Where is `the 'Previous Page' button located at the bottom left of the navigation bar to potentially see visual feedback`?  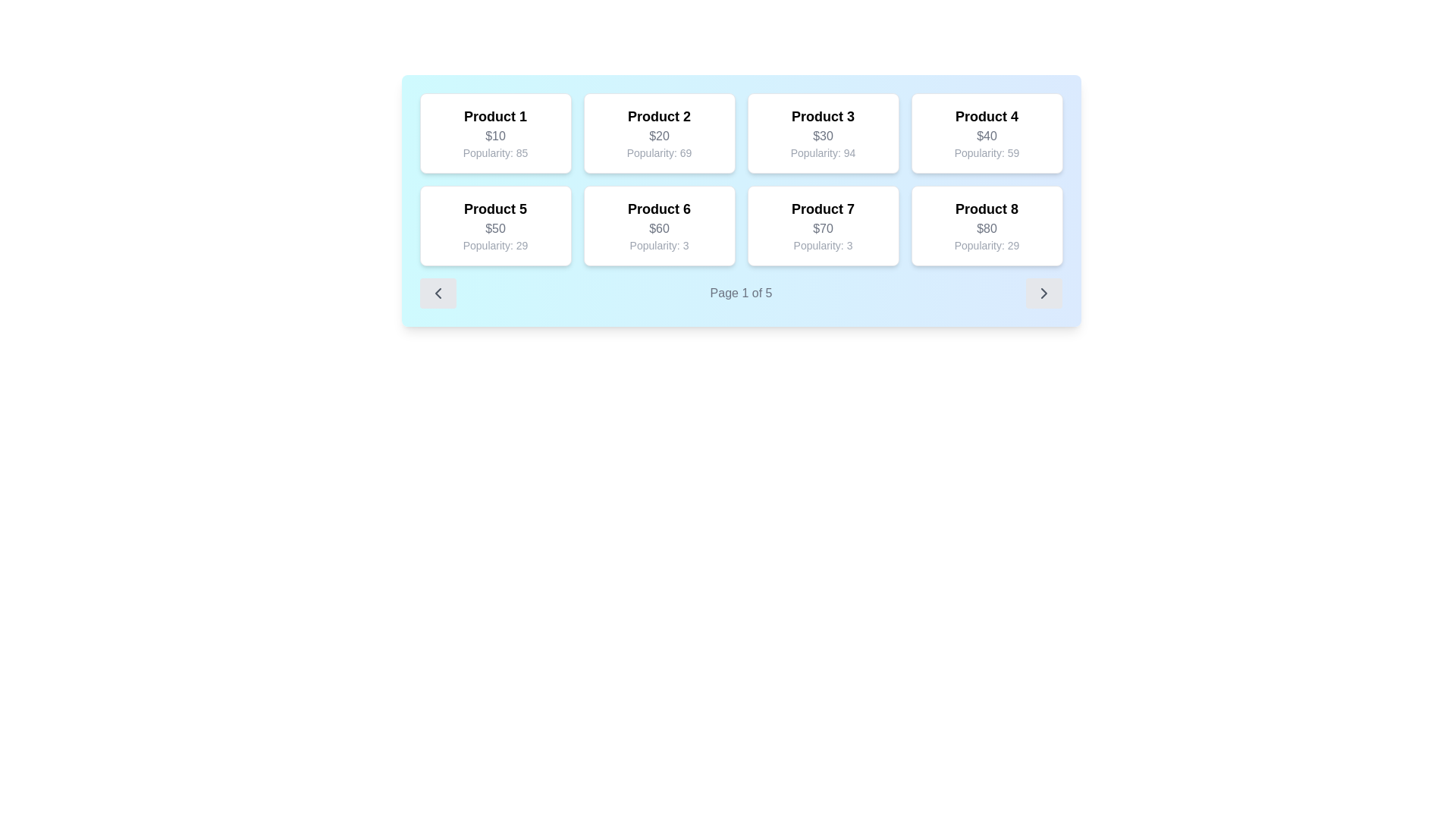 the 'Previous Page' button located at the bottom left of the navigation bar to potentially see visual feedback is located at coordinates (437, 293).